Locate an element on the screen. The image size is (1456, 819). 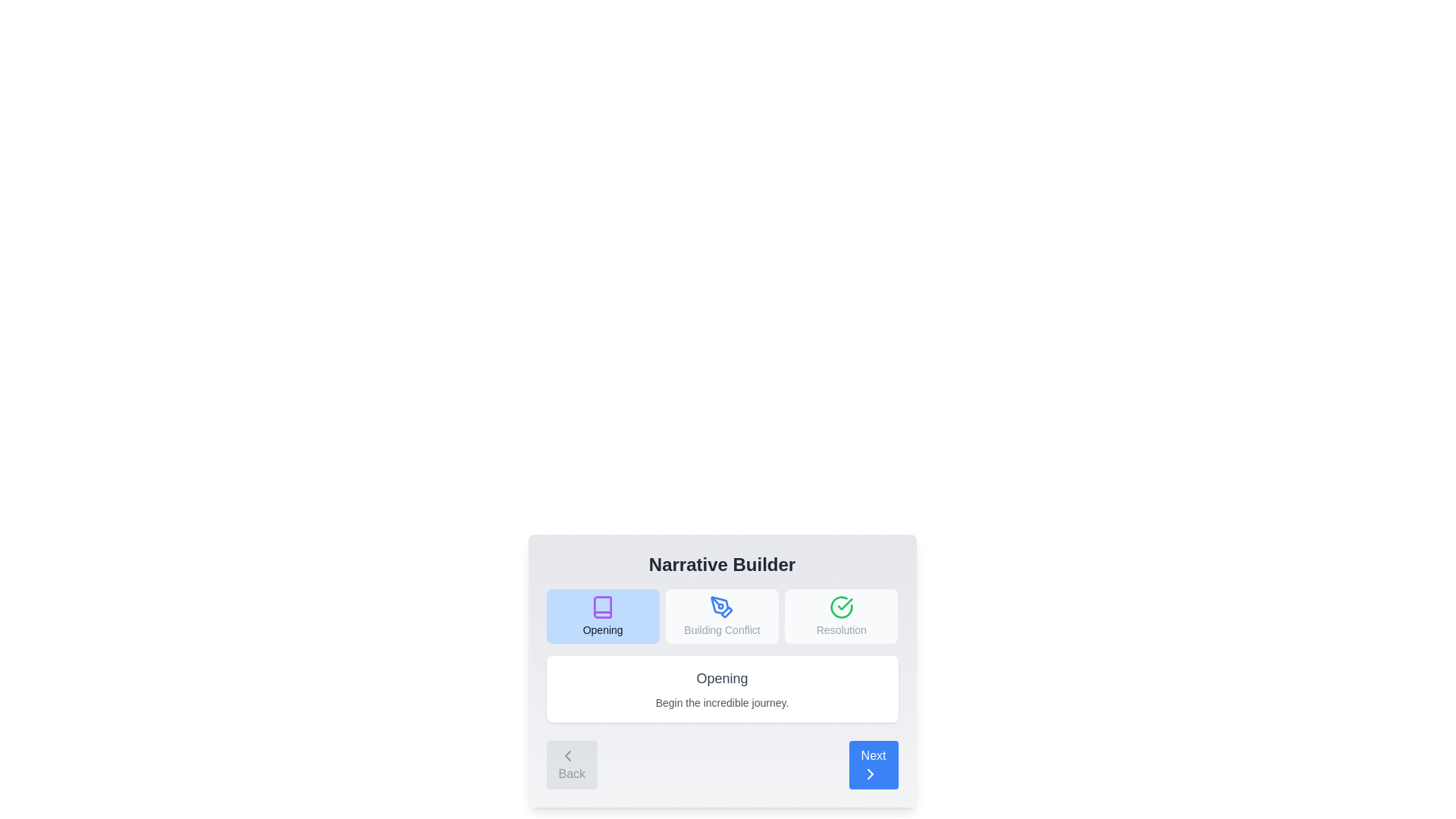
the icon for the step Opening to select it is located at coordinates (602, 607).